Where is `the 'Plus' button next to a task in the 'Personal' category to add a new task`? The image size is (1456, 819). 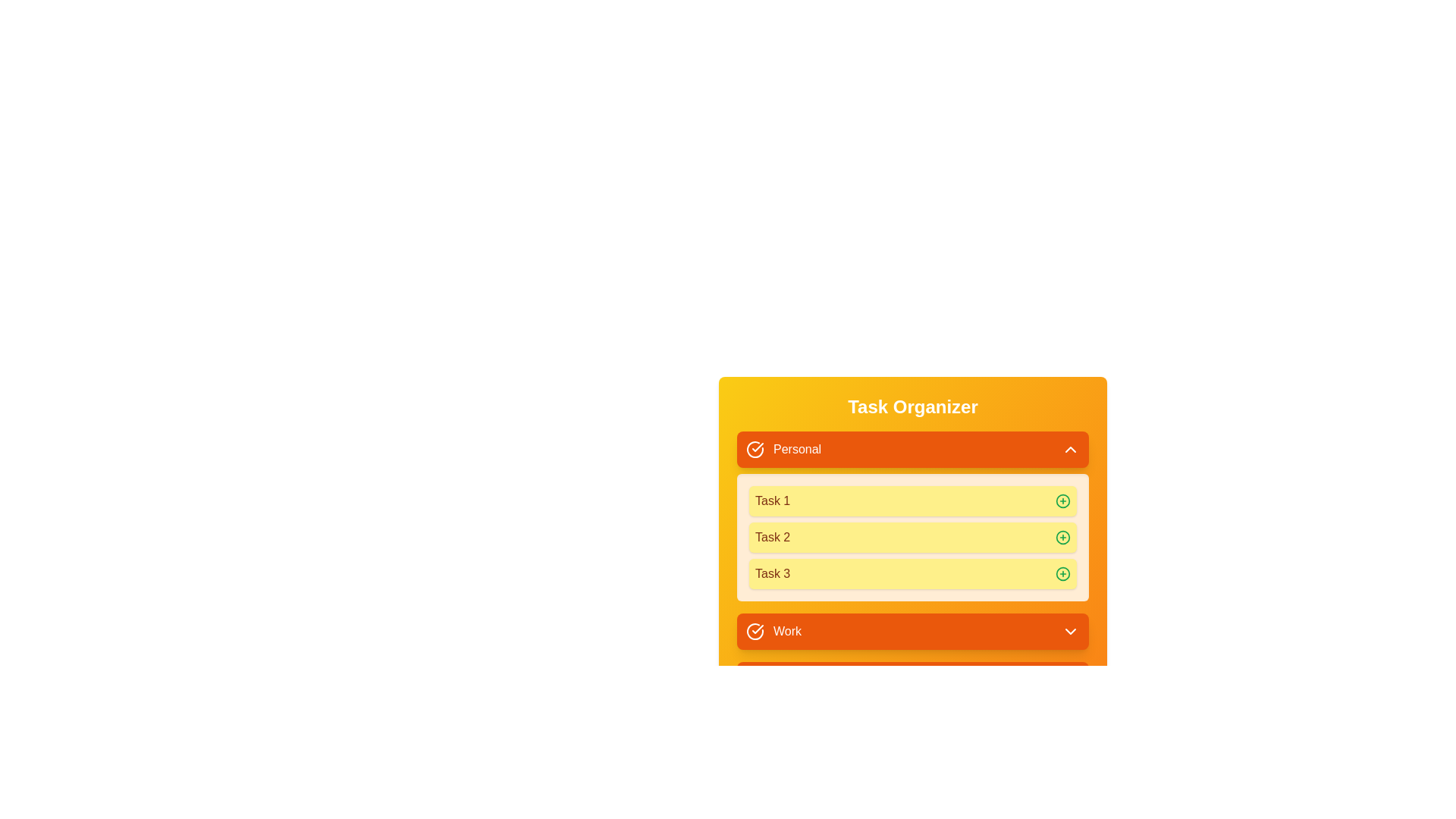
the 'Plus' button next to a task in the 'Personal' category to add a new task is located at coordinates (1062, 500).